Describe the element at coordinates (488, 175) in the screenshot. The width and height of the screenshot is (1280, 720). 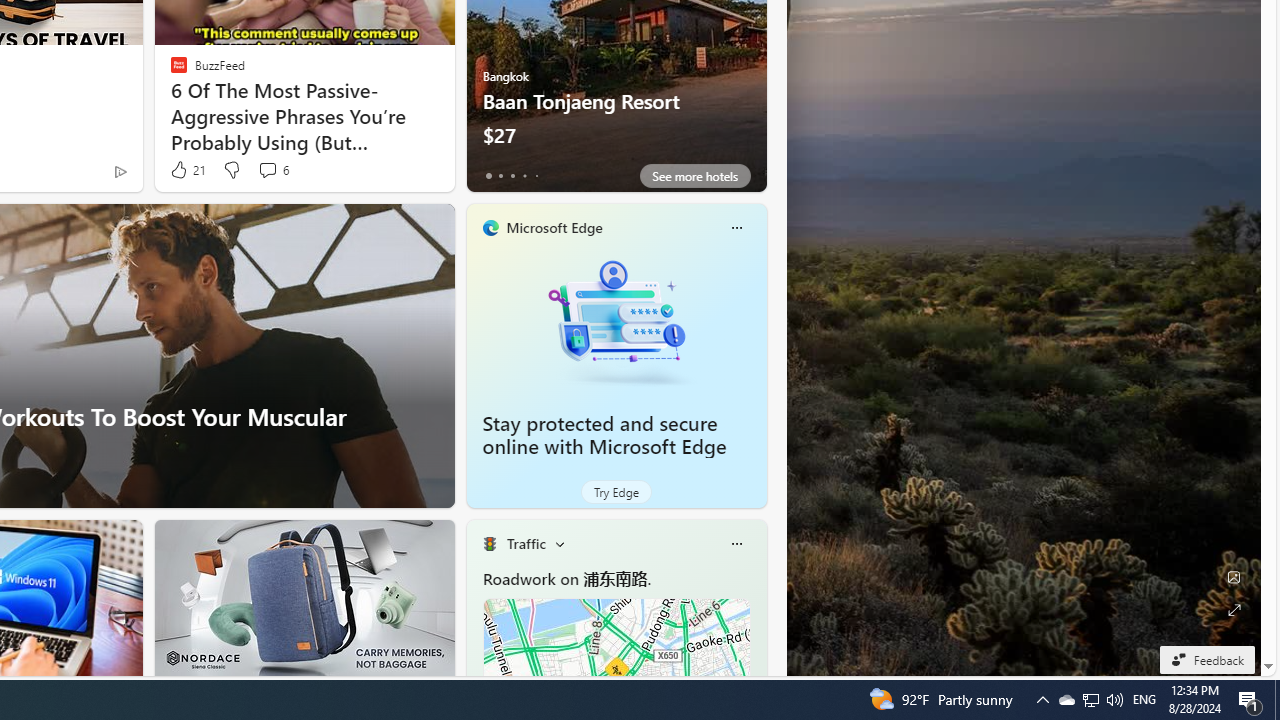
I see `'tab-0'` at that location.